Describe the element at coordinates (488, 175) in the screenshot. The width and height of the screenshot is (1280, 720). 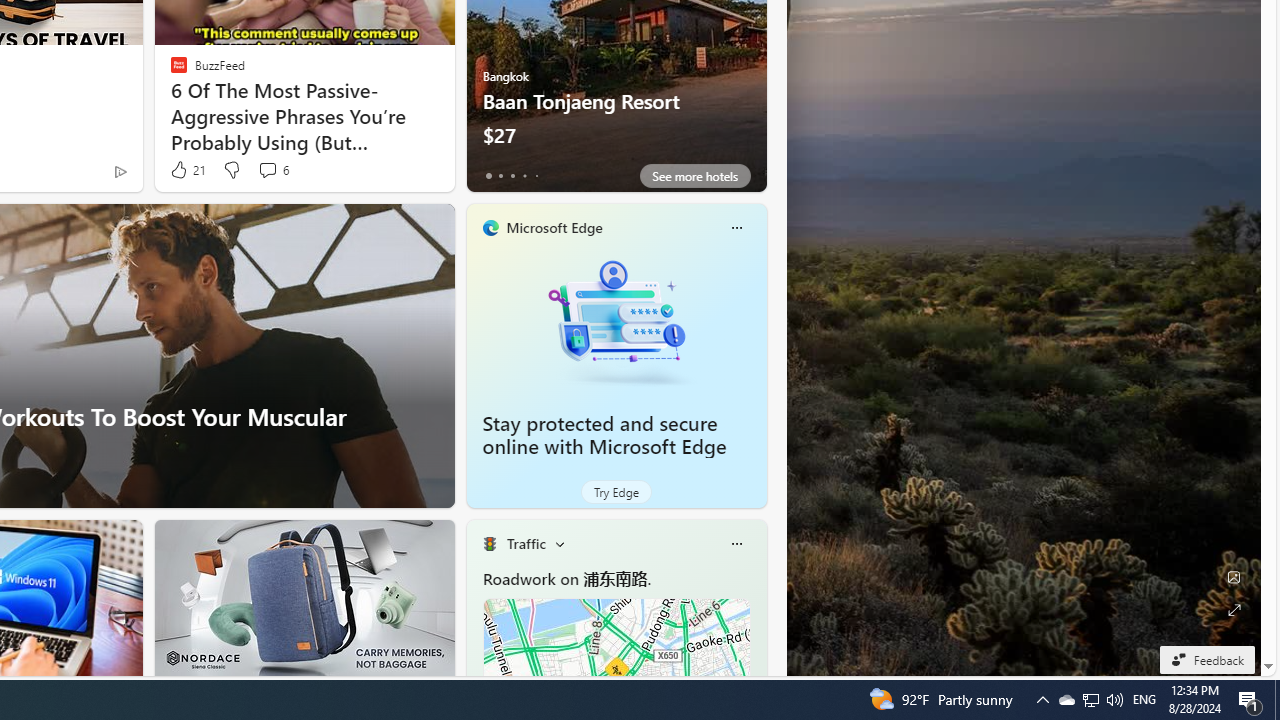
I see `'tab-0'` at that location.